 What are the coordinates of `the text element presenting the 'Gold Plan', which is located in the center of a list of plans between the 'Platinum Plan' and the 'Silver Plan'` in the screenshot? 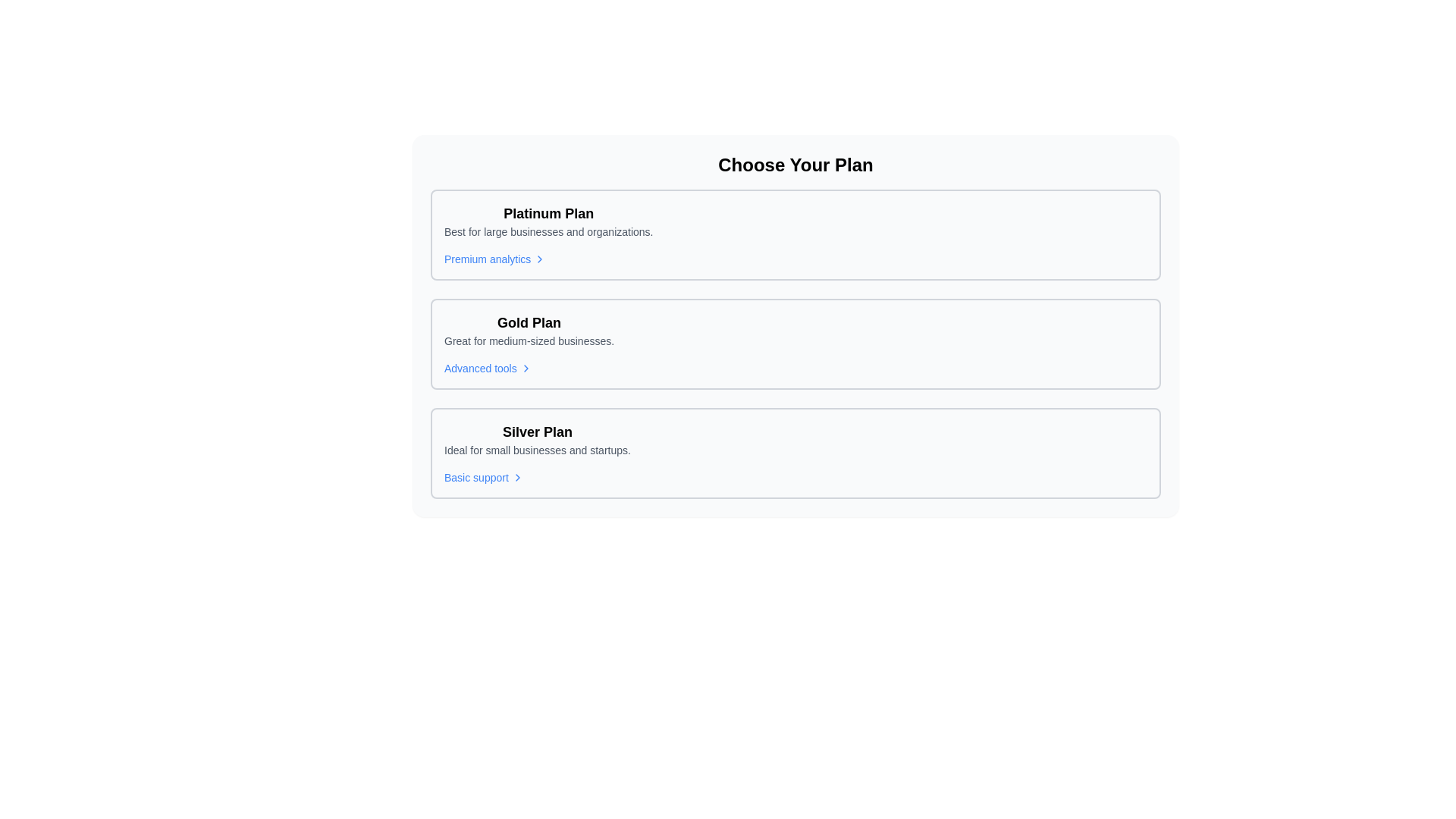 It's located at (529, 329).